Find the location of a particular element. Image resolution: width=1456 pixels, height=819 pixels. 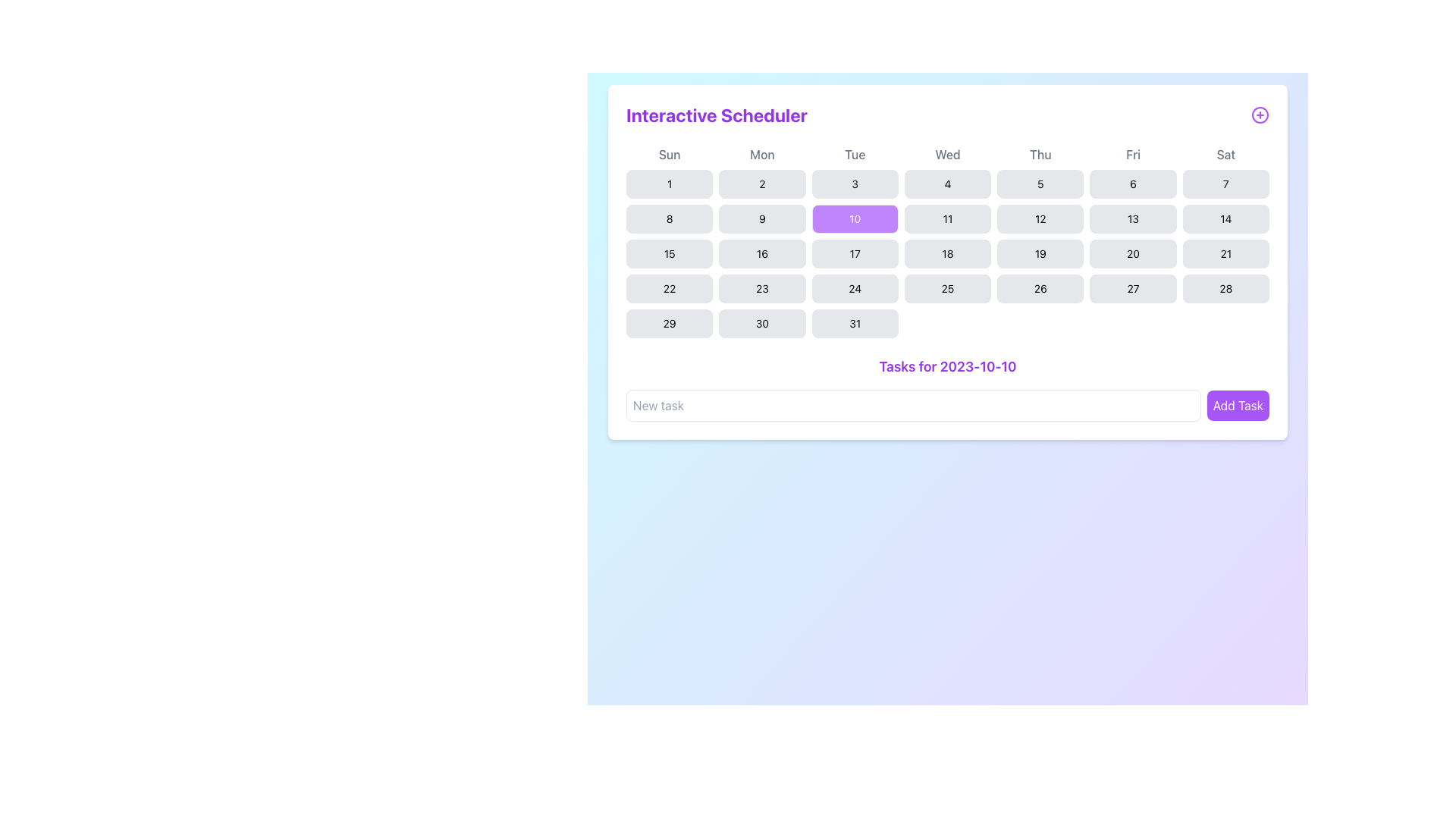

the interactive calendar date button representing the date '29' to change its background color is located at coordinates (669, 323).